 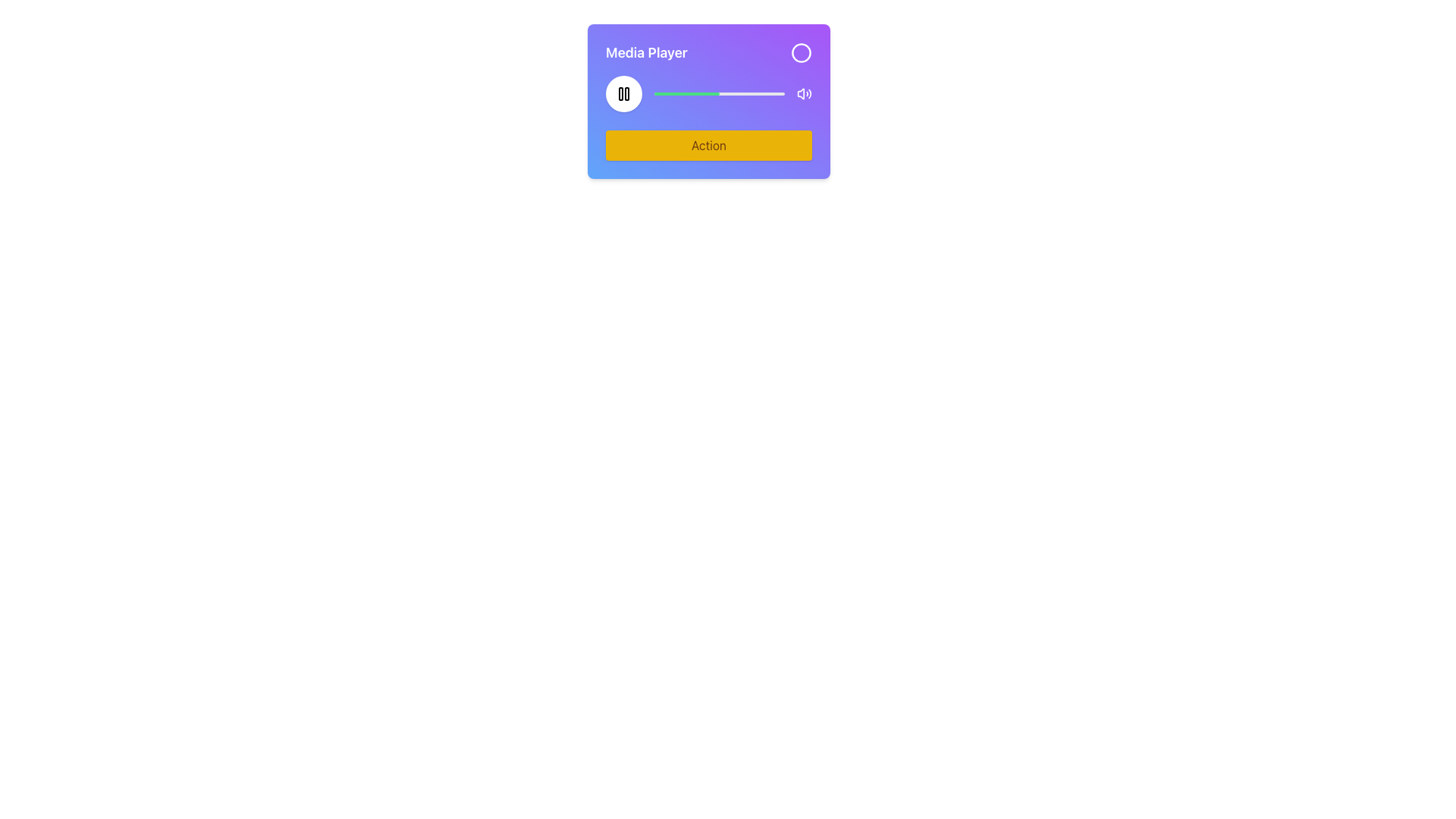 What do you see at coordinates (803, 93) in the screenshot?
I see `the speaker icon with sound waves in the media player controls section` at bounding box center [803, 93].